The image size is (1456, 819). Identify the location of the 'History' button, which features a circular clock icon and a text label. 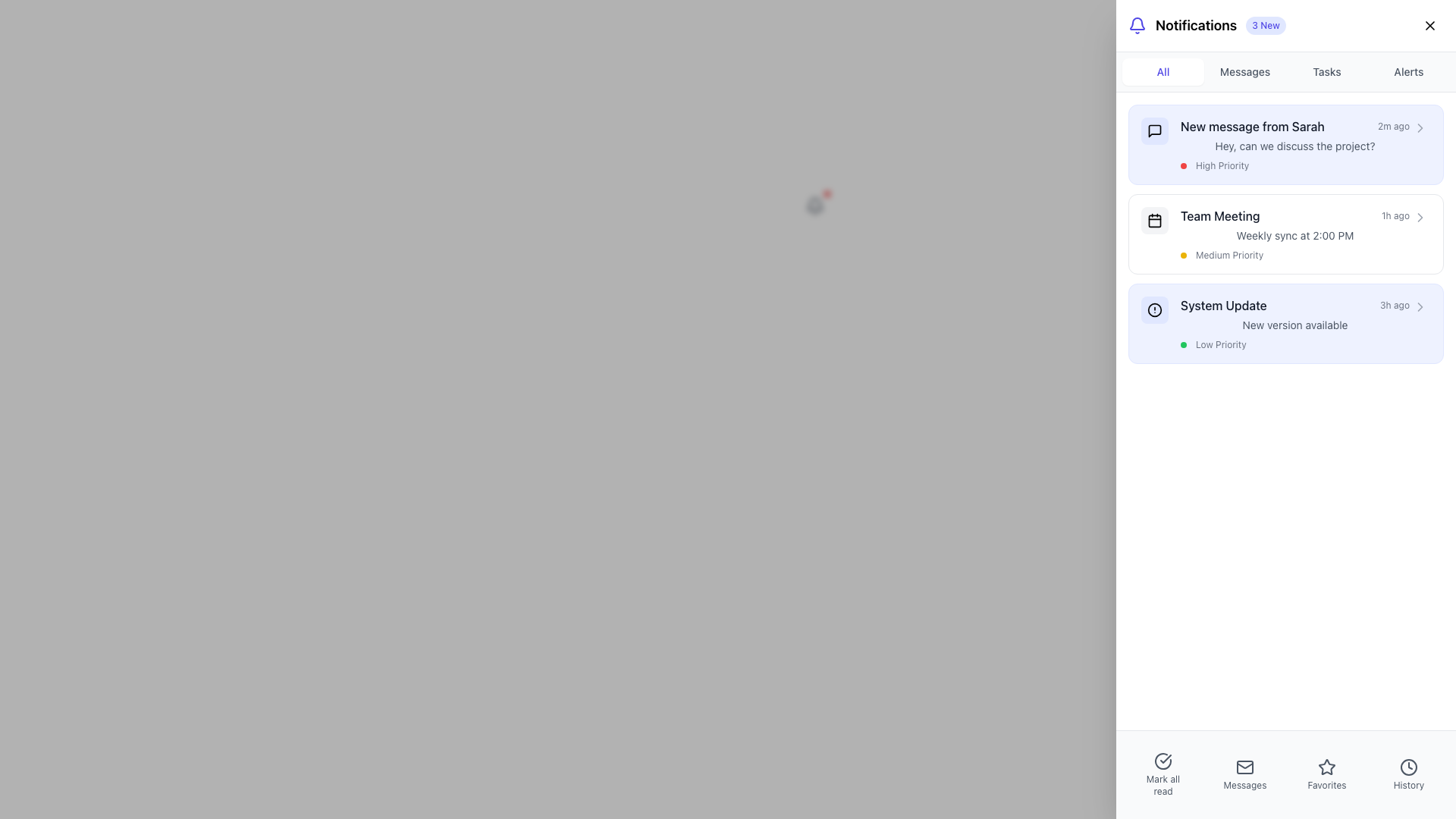
(1407, 775).